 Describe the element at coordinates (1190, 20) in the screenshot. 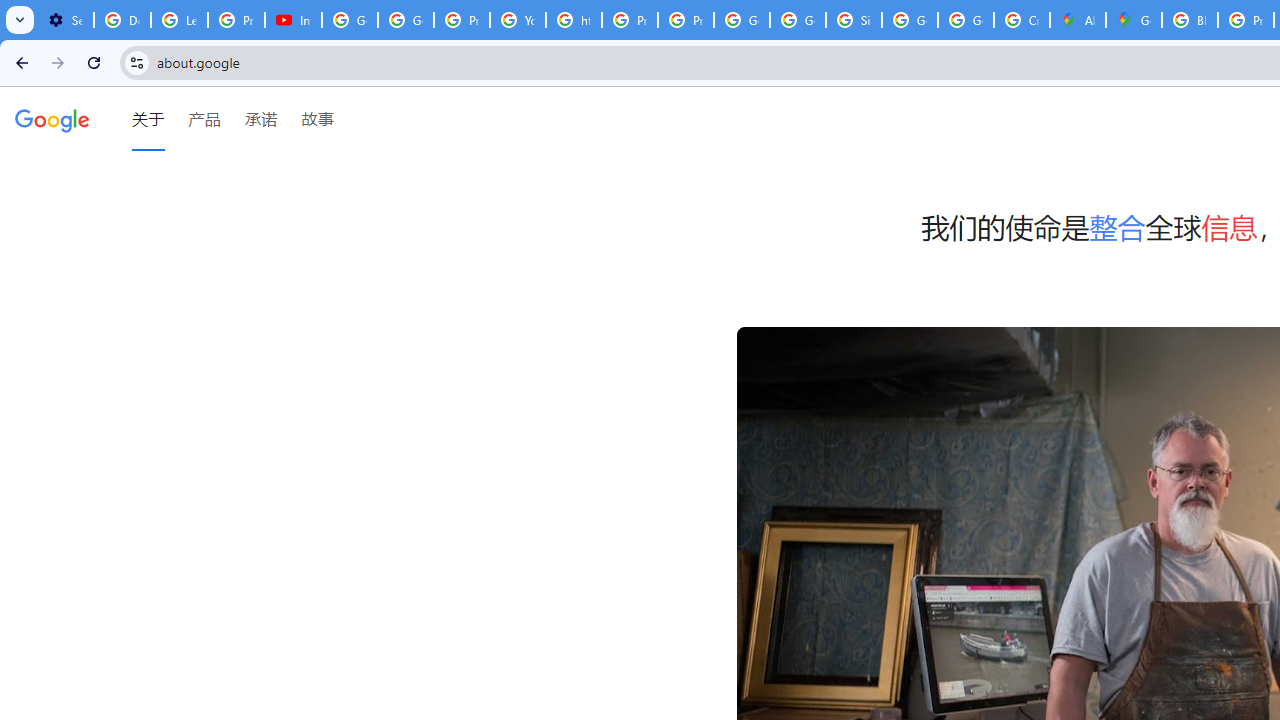

I see `'Blogger Policies and Guidelines - Transparency Center'` at that location.